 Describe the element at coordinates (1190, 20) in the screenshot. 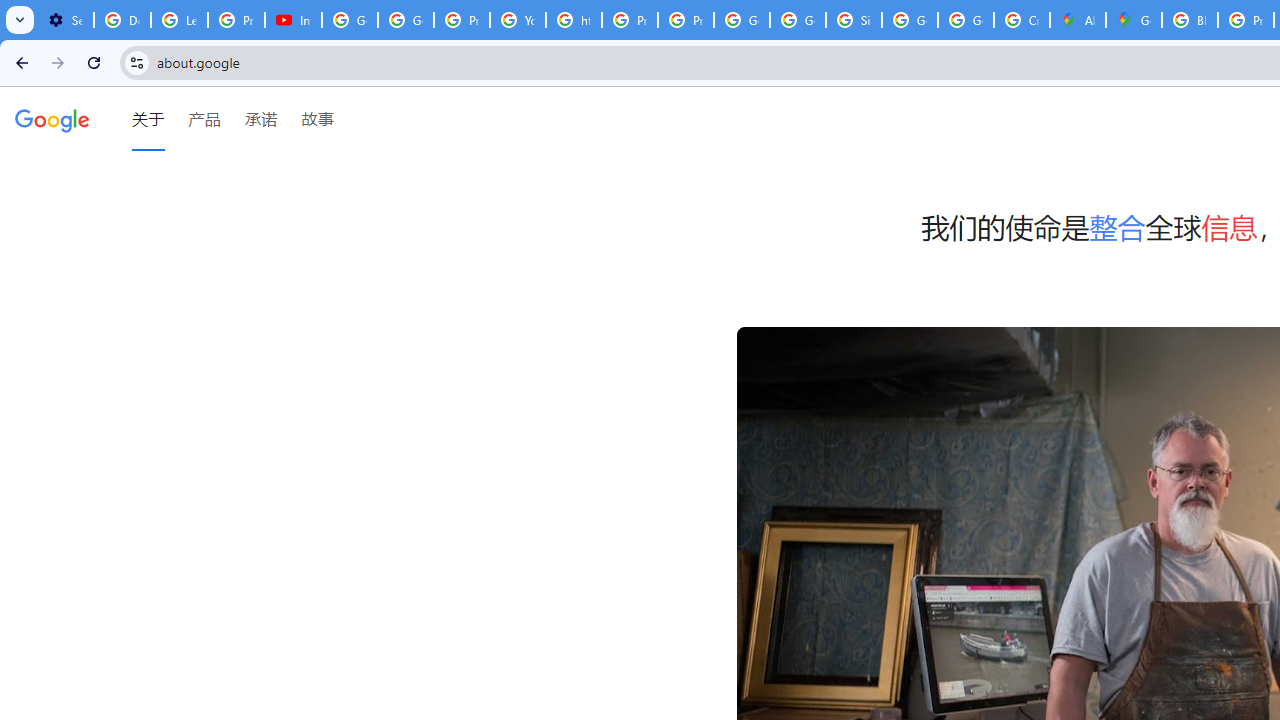

I see `'Blogger Policies and Guidelines - Transparency Center'` at that location.